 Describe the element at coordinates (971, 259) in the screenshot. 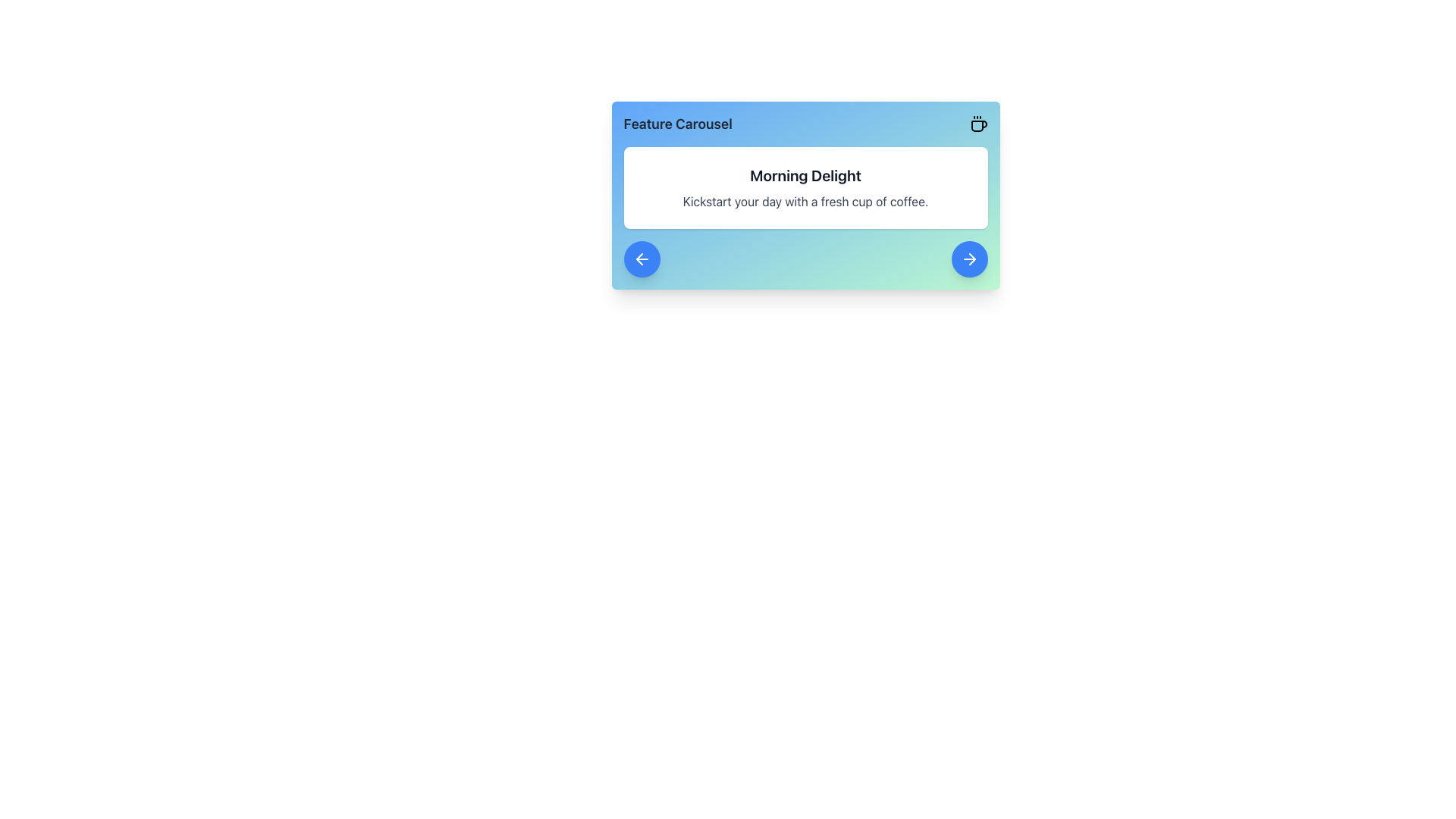

I see `the right-pointing chevron icon located inside the circular button on the right-hand side of the interface's main content area` at that location.